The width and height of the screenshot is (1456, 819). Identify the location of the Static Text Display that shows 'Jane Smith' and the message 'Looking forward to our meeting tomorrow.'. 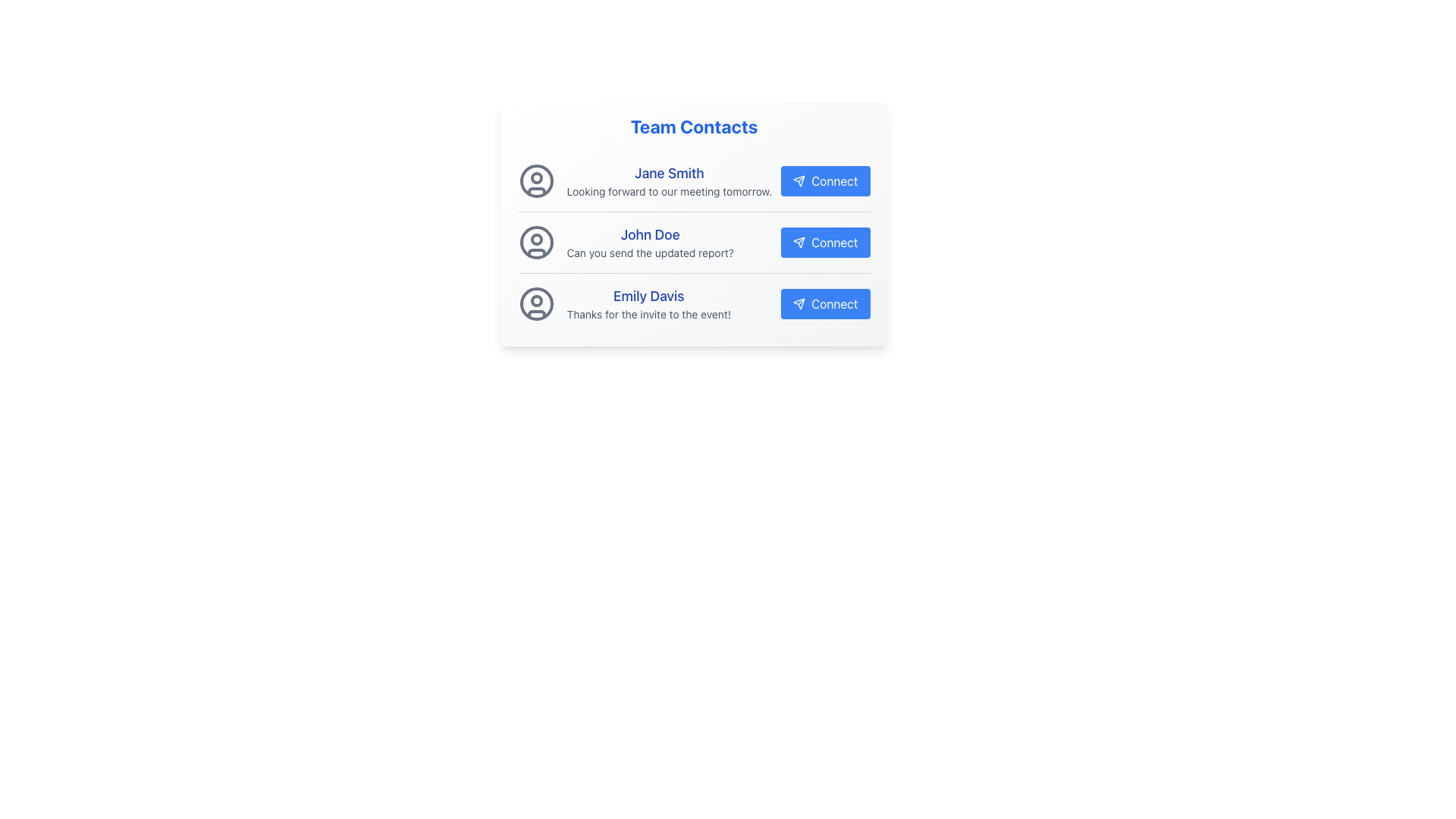
(668, 180).